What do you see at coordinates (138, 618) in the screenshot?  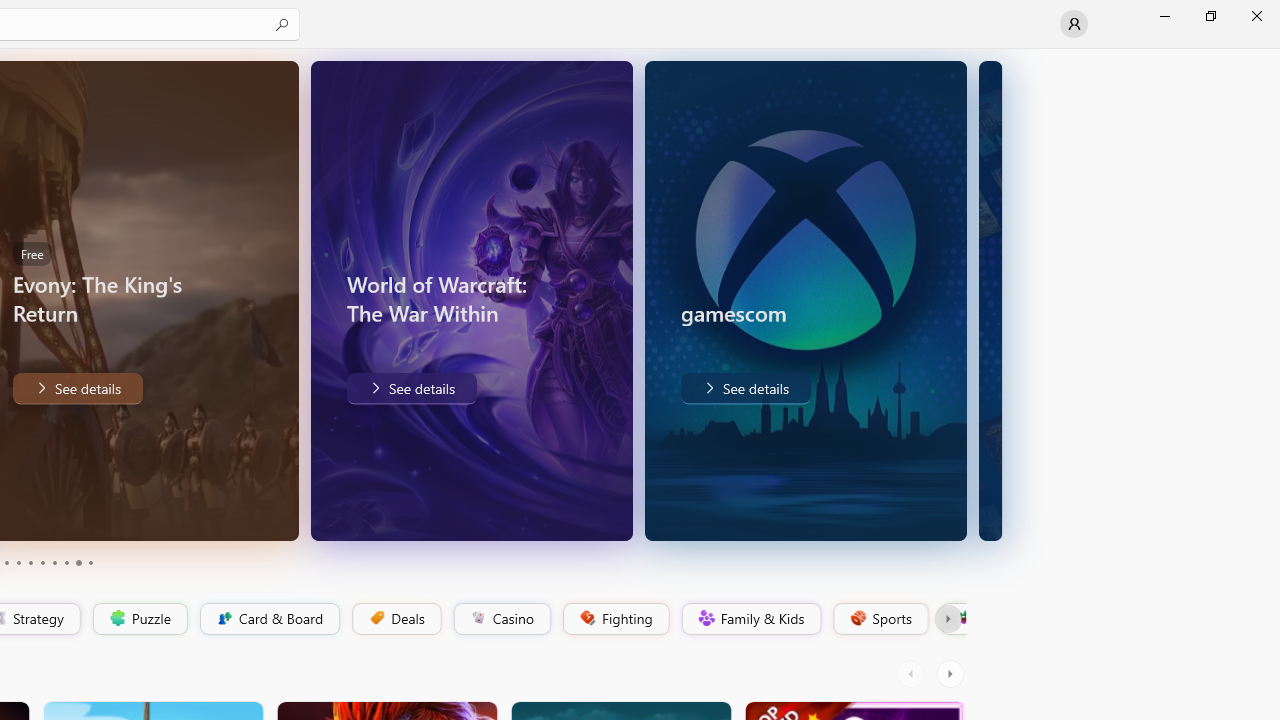 I see `'Puzzle'` at bounding box center [138, 618].